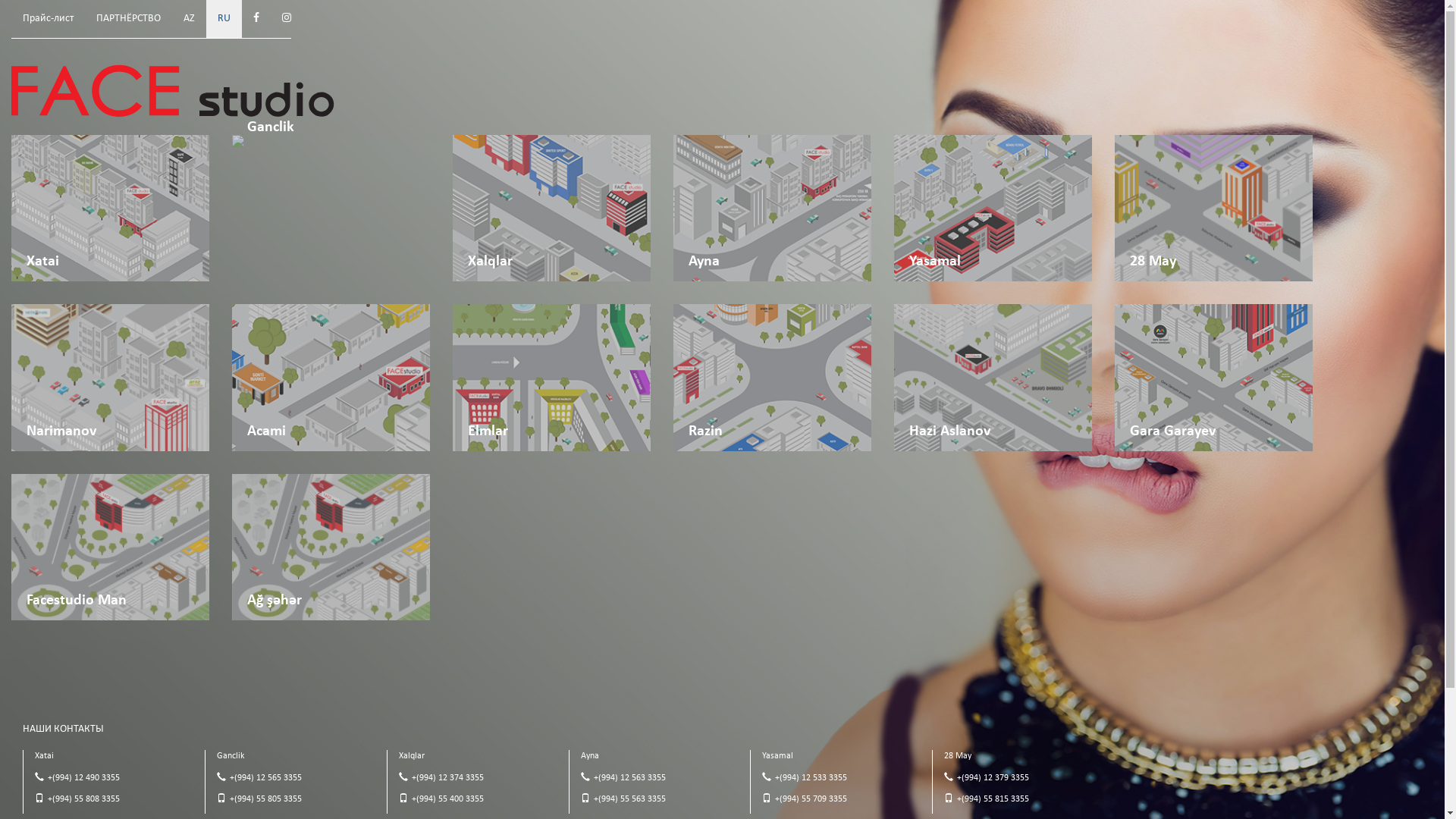  I want to click on 'RU', so click(223, 18).